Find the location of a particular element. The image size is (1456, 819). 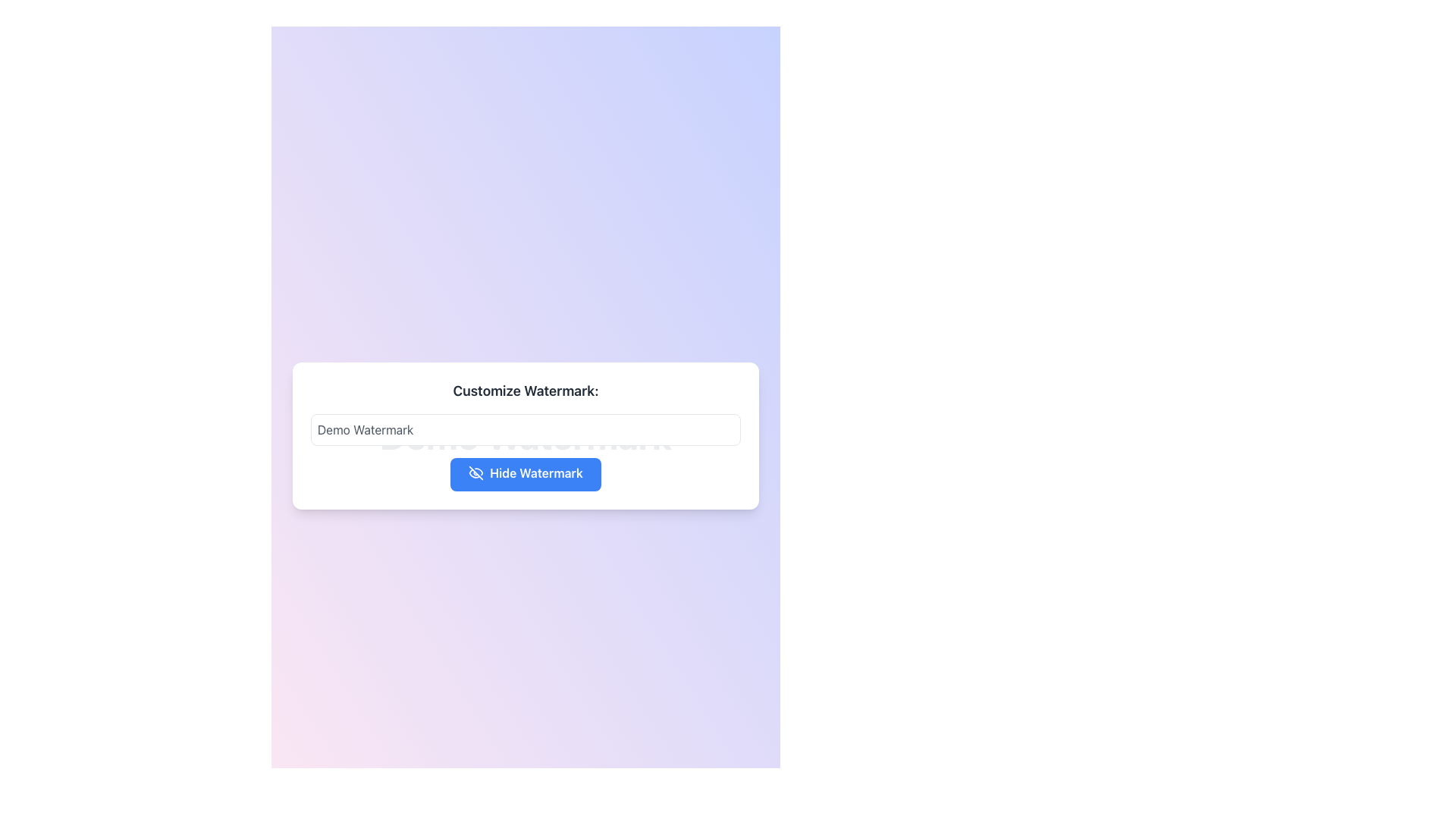

the eye icon with a slash through it, which represents the 'hide' functionality, located to the left of the 'Hide Watermark' text is located at coordinates (475, 472).